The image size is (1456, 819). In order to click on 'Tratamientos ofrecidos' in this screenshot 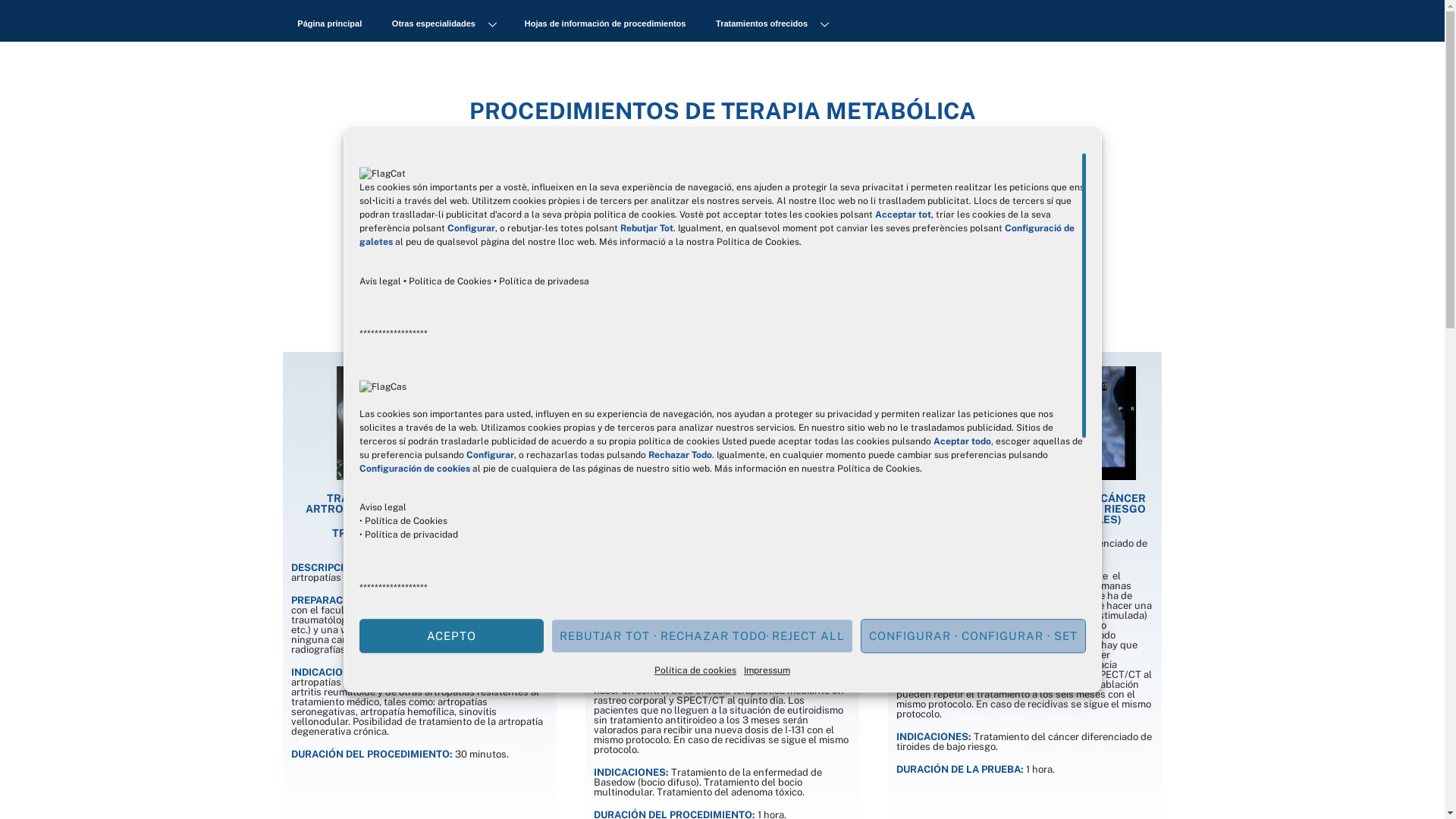, I will do `click(771, 23)`.